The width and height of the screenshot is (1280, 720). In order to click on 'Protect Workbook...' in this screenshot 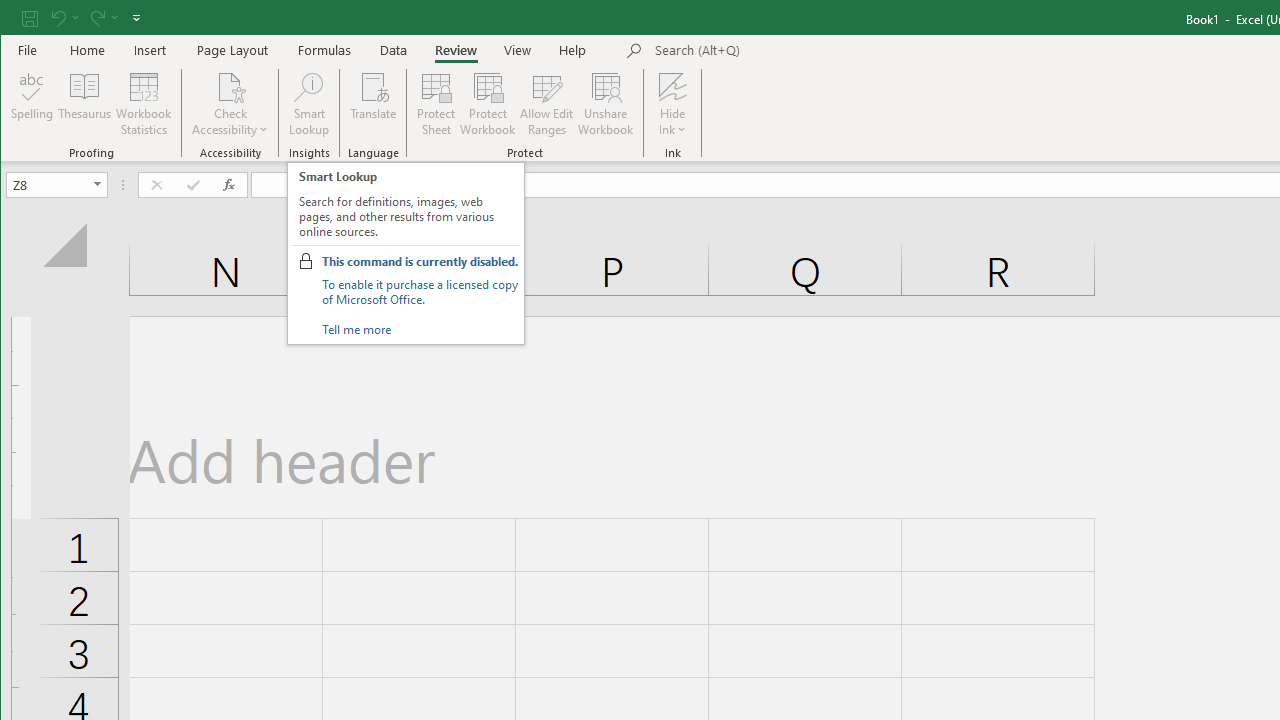, I will do `click(488, 104)`.